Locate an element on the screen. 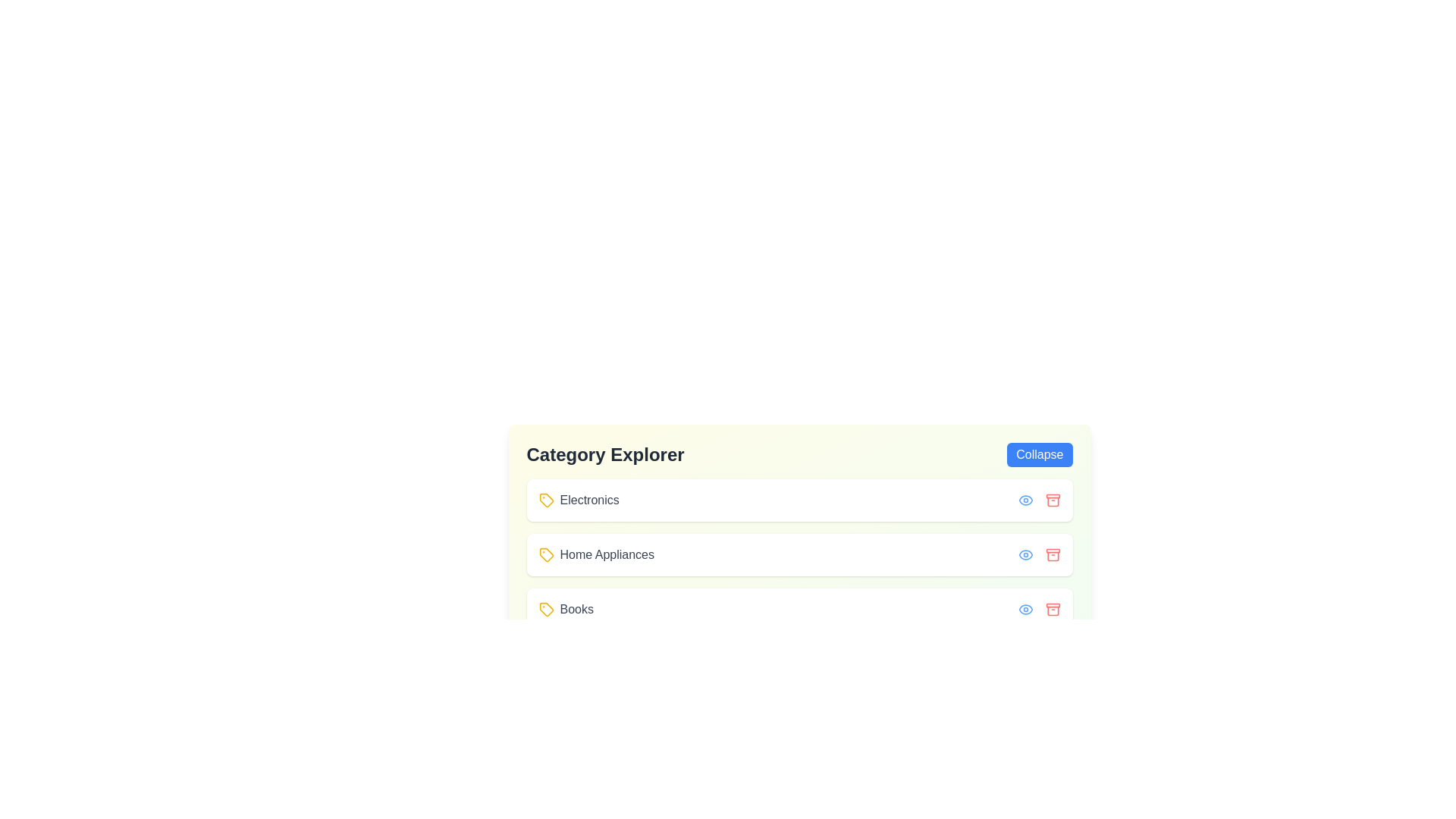 The height and width of the screenshot is (819, 1456). the blue hollow eye-shaped icon located on the right side of the 'Home Appliances' list item in the 'Category Explorer' section is located at coordinates (1025, 555).